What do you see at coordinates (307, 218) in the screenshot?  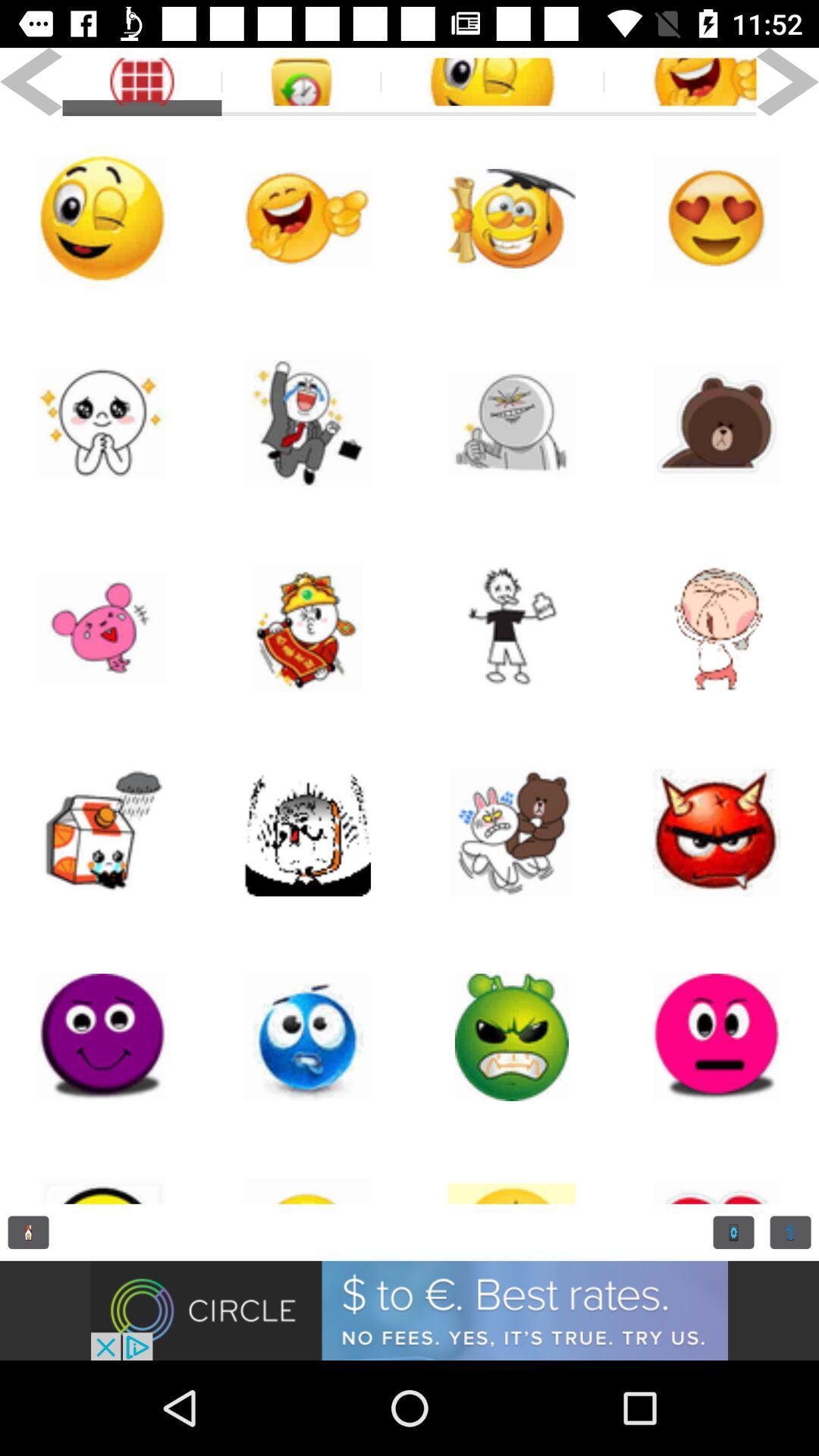 I see `emoji` at bounding box center [307, 218].